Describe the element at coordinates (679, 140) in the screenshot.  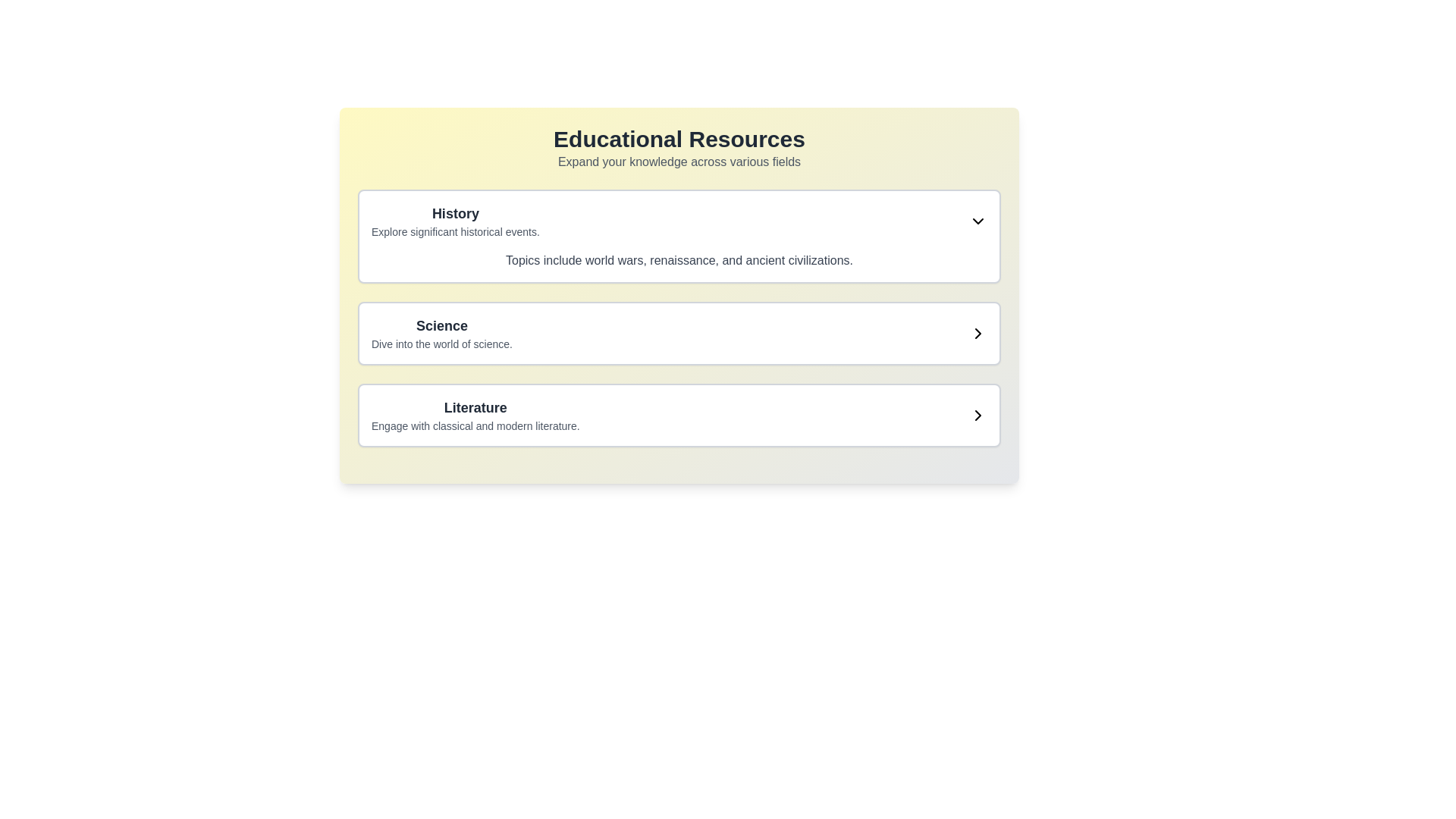
I see `the bold, large gray text reading 'Educational Resources' located at the top section of the interface, which stands out prominently against a light yellow background` at that location.